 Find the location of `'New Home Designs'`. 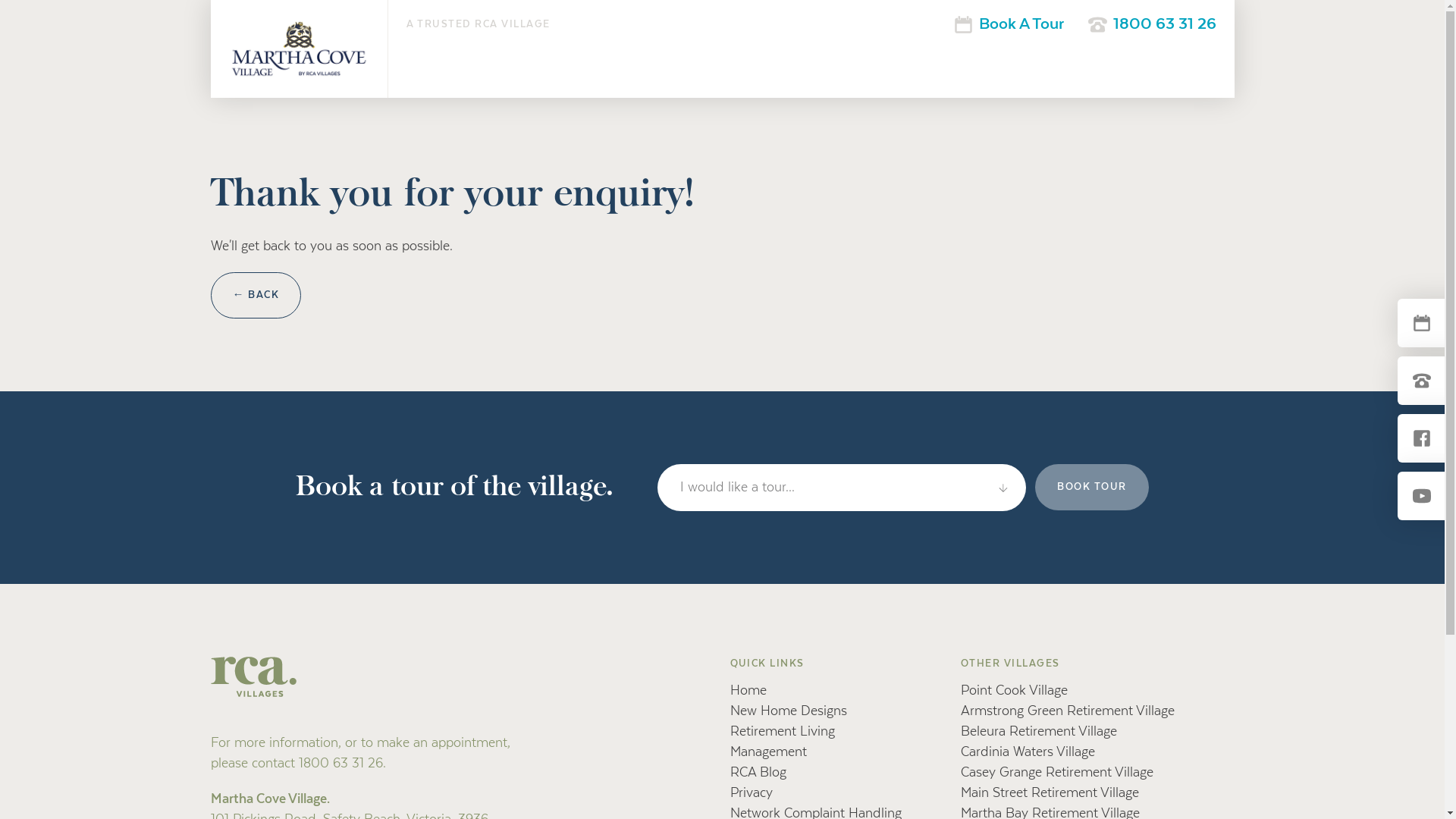

'New Home Designs' is located at coordinates (787, 711).